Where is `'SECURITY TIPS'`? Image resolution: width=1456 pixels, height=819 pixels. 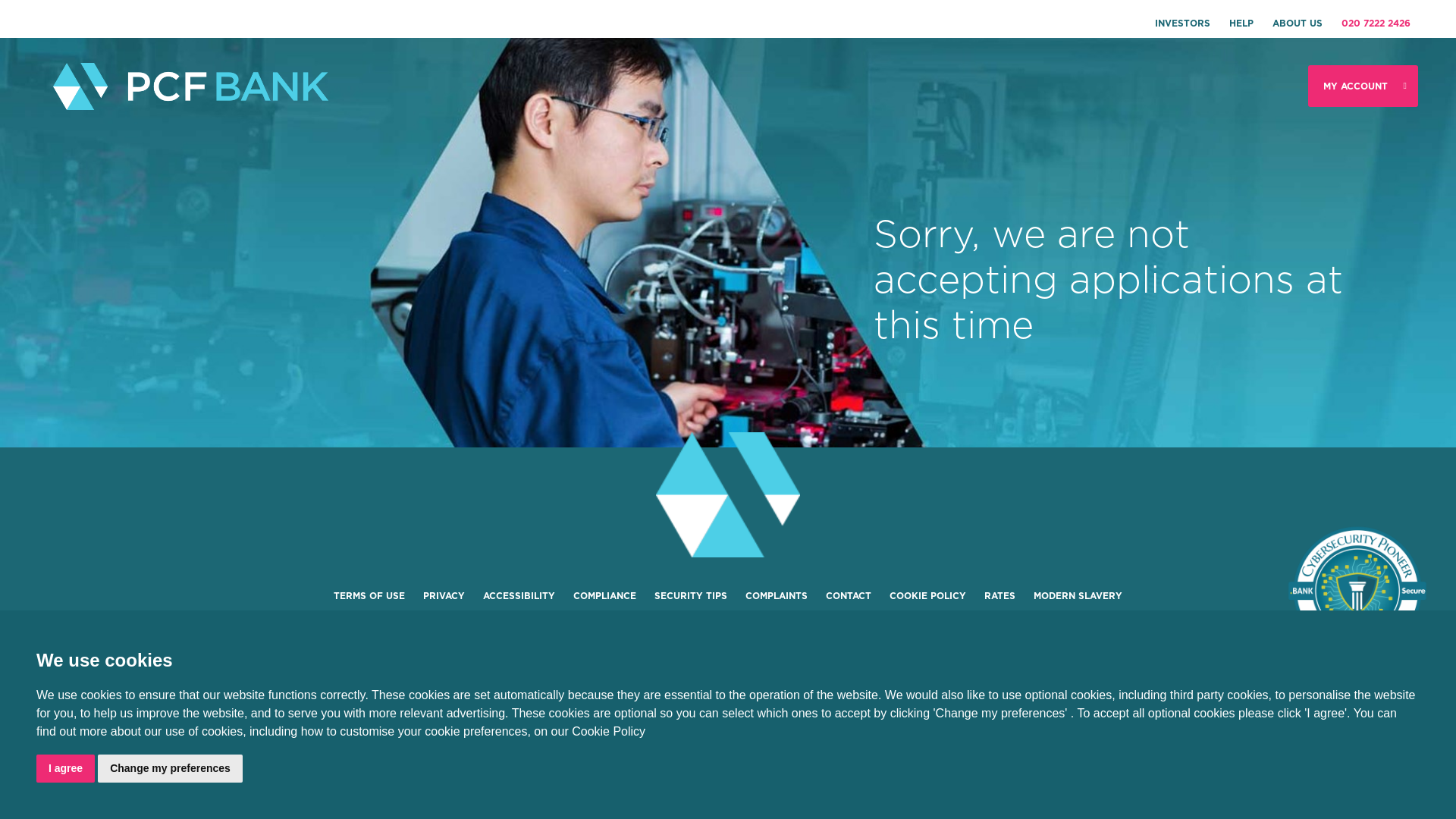
'SECURITY TIPS' is located at coordinates (654, 595).